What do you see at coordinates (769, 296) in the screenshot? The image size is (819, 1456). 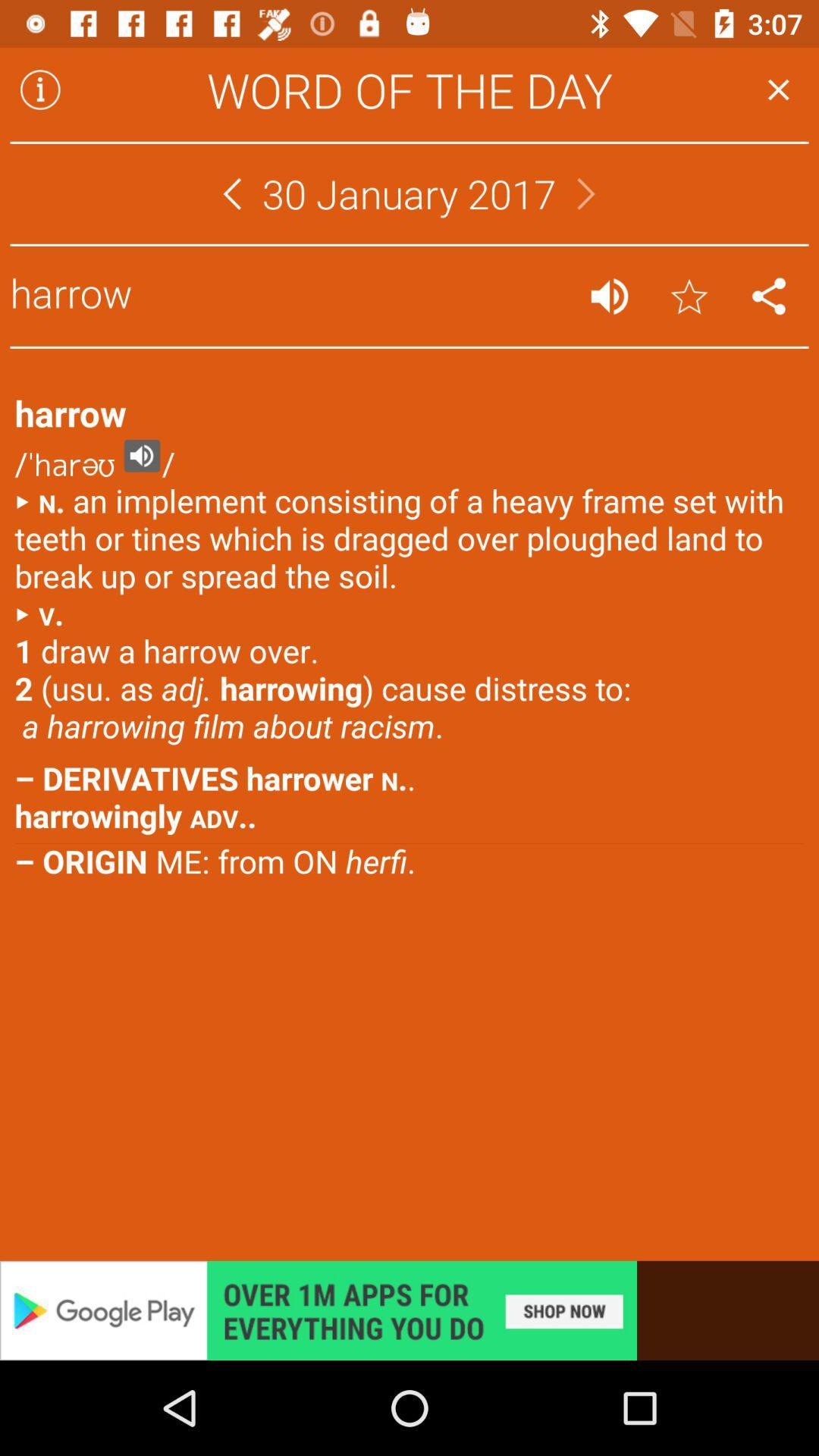 I see `share` at bounding box center [769, 296].